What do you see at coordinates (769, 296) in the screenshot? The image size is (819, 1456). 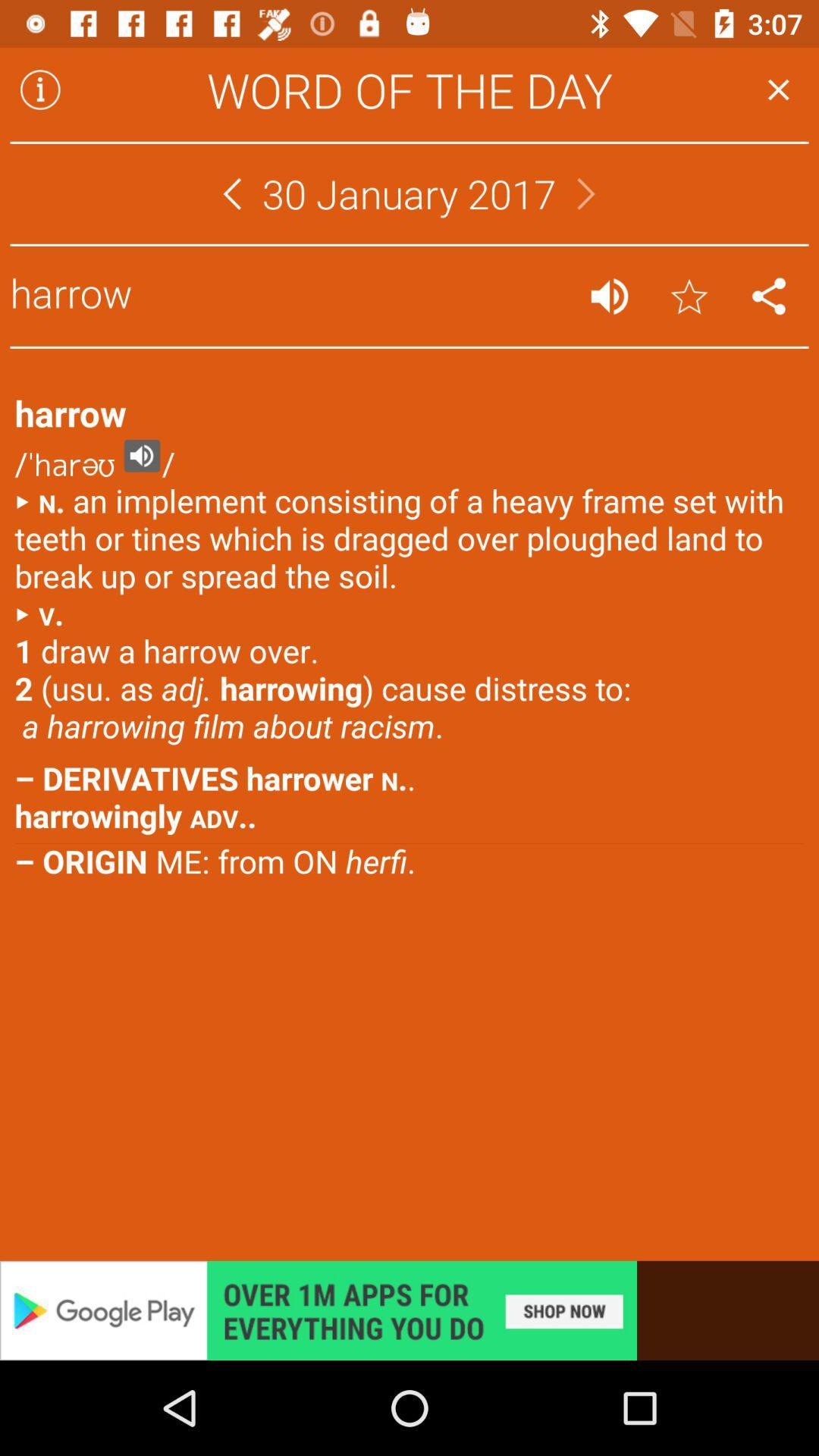 I see `share` at bounding box center [769, 296].